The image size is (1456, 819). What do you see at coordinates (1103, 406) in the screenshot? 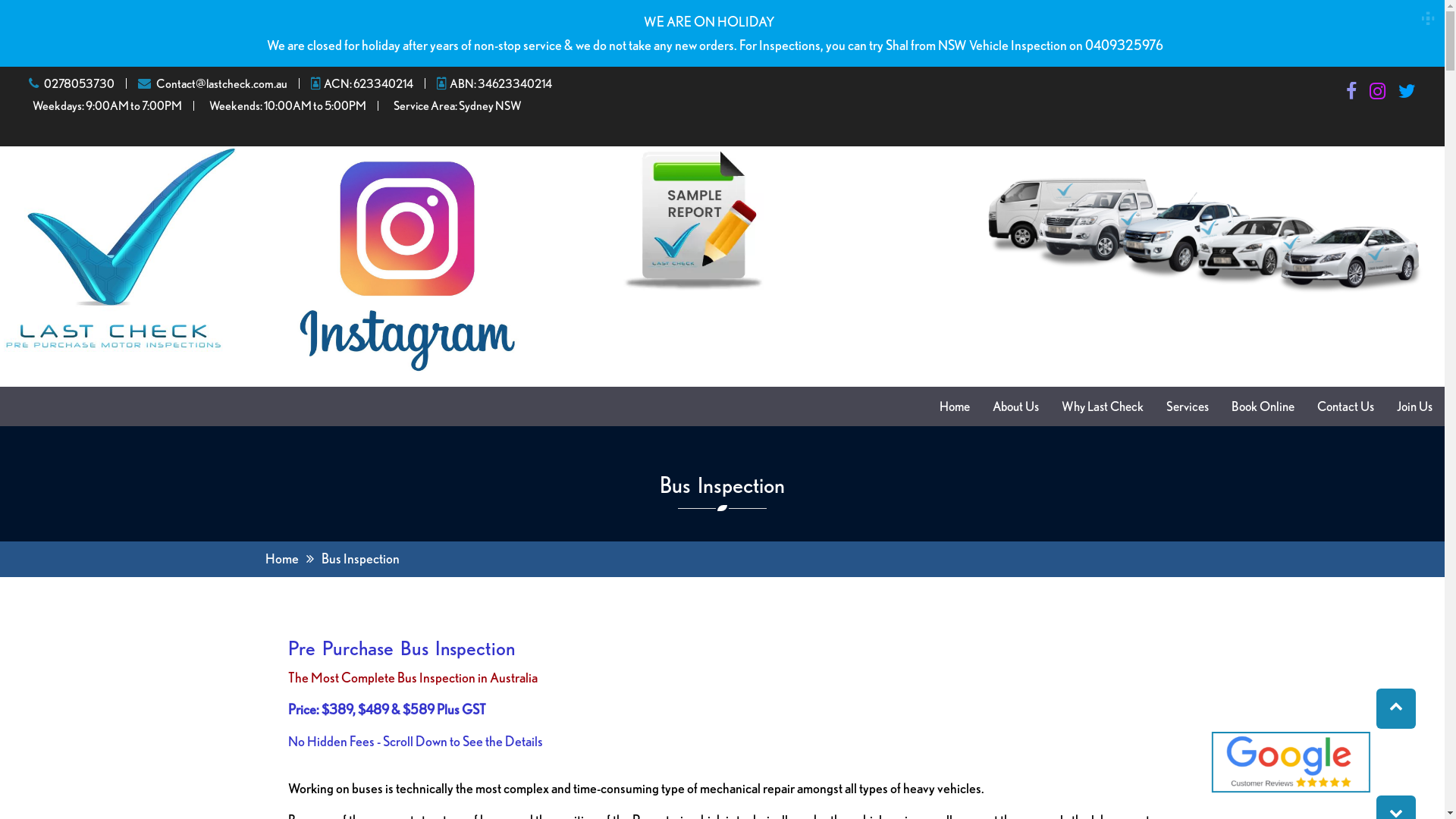
I see `'Why Last Check'` at bounding box center [1103, 406].